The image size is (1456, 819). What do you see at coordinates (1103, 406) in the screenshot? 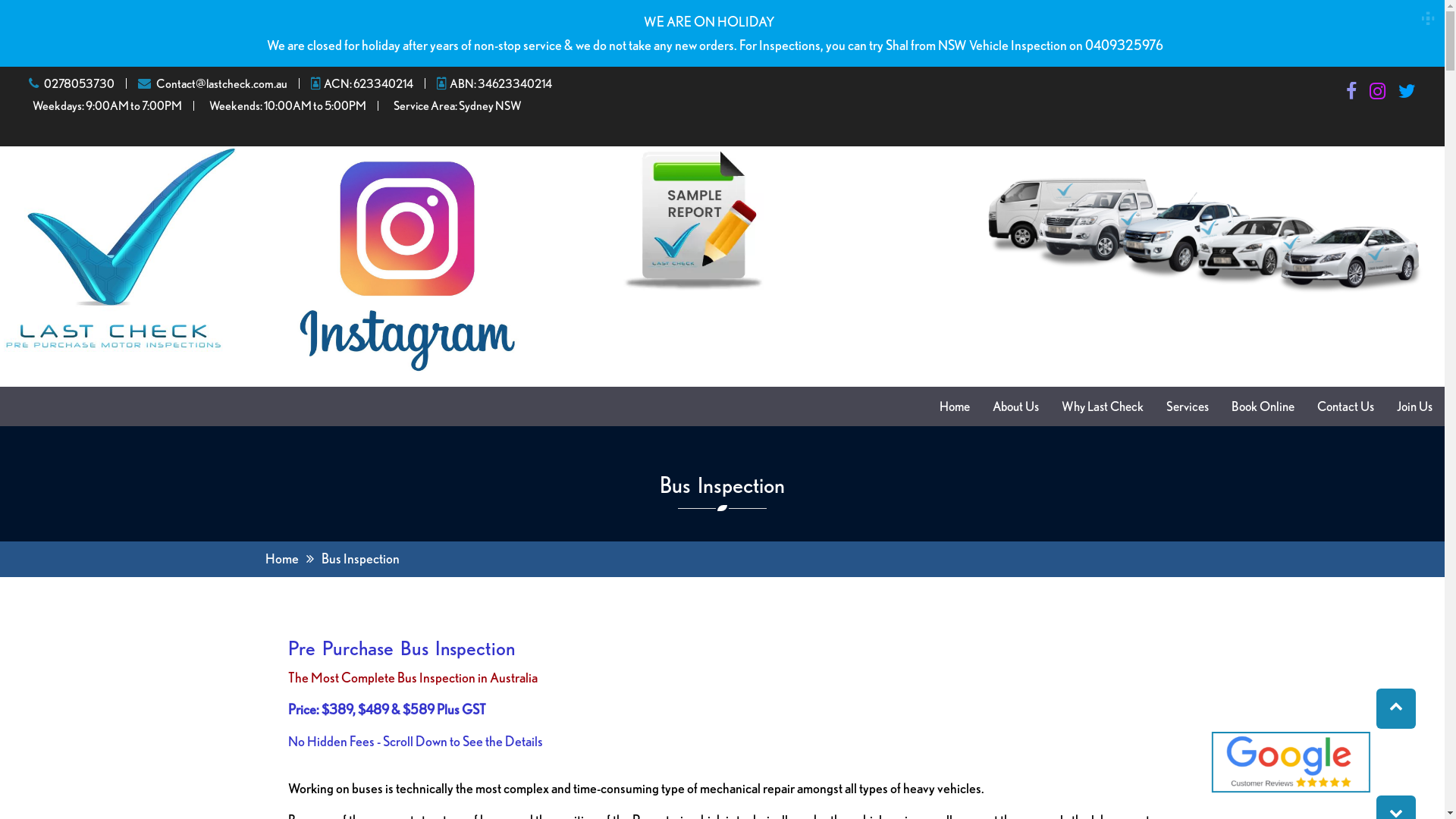
I see `'Why Last Check'` at bounding box center [1103, 406].